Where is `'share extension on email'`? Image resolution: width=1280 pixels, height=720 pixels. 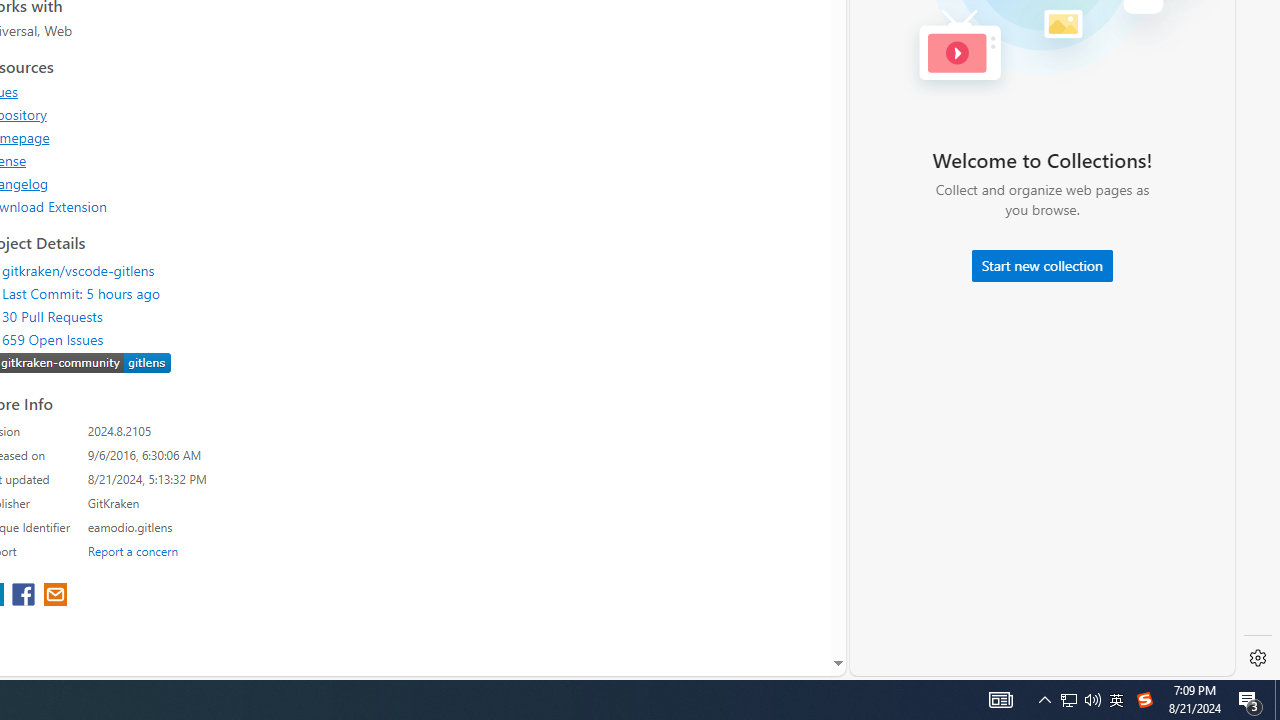 'share extension on email' is located at coordinates (55, 595).